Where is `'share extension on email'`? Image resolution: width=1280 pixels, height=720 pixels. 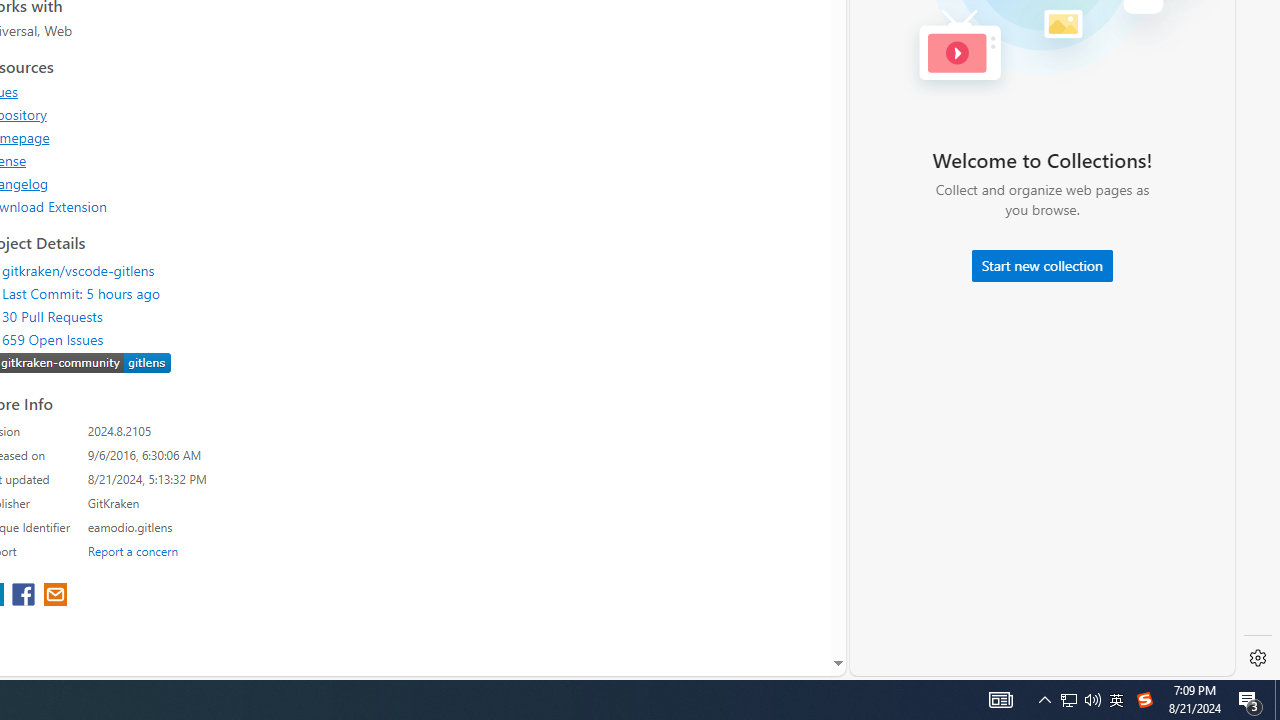 'share extension on email' is located at coordinates (55, 595).